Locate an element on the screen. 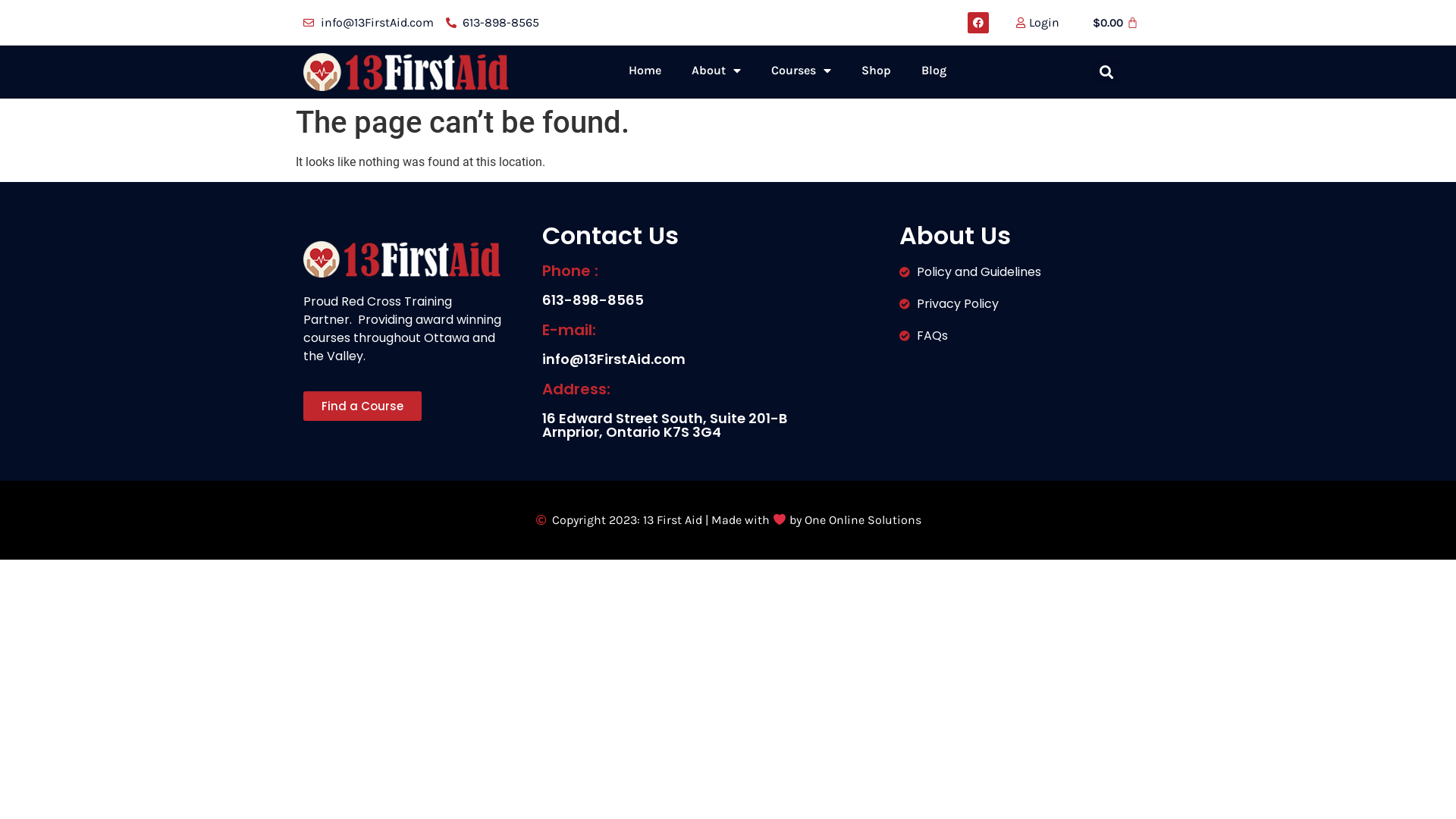  'info@13FirstAid.com' is located at coordinates (368, 23).